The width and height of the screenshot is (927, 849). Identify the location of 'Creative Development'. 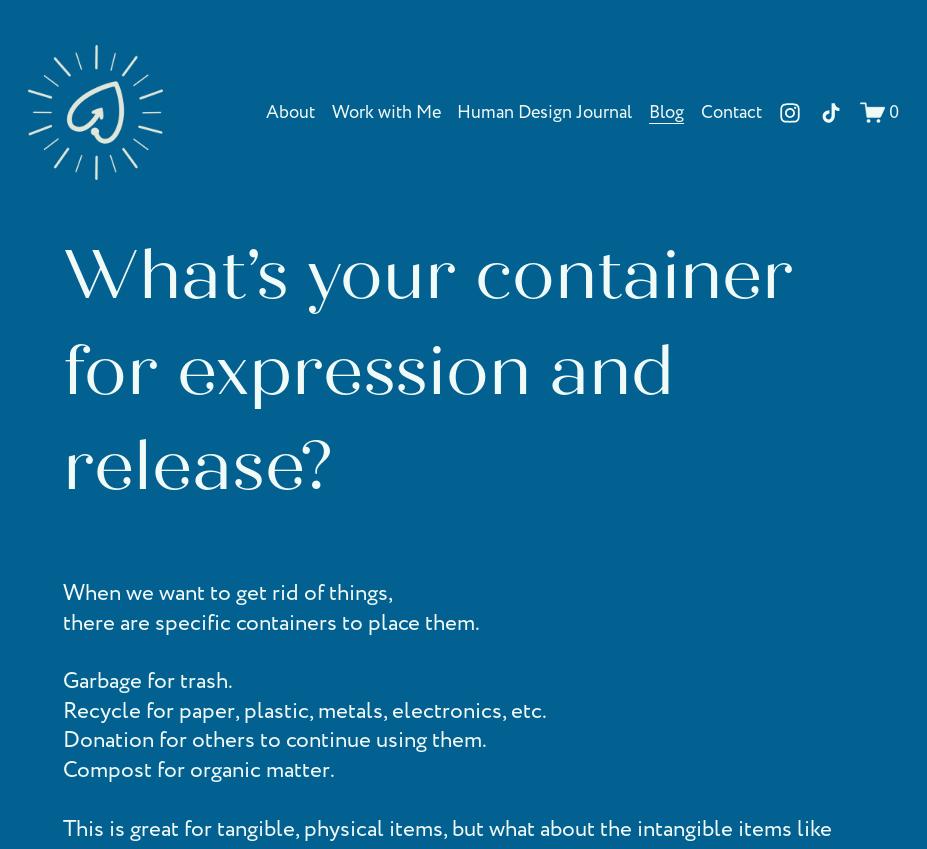
(352, 148).